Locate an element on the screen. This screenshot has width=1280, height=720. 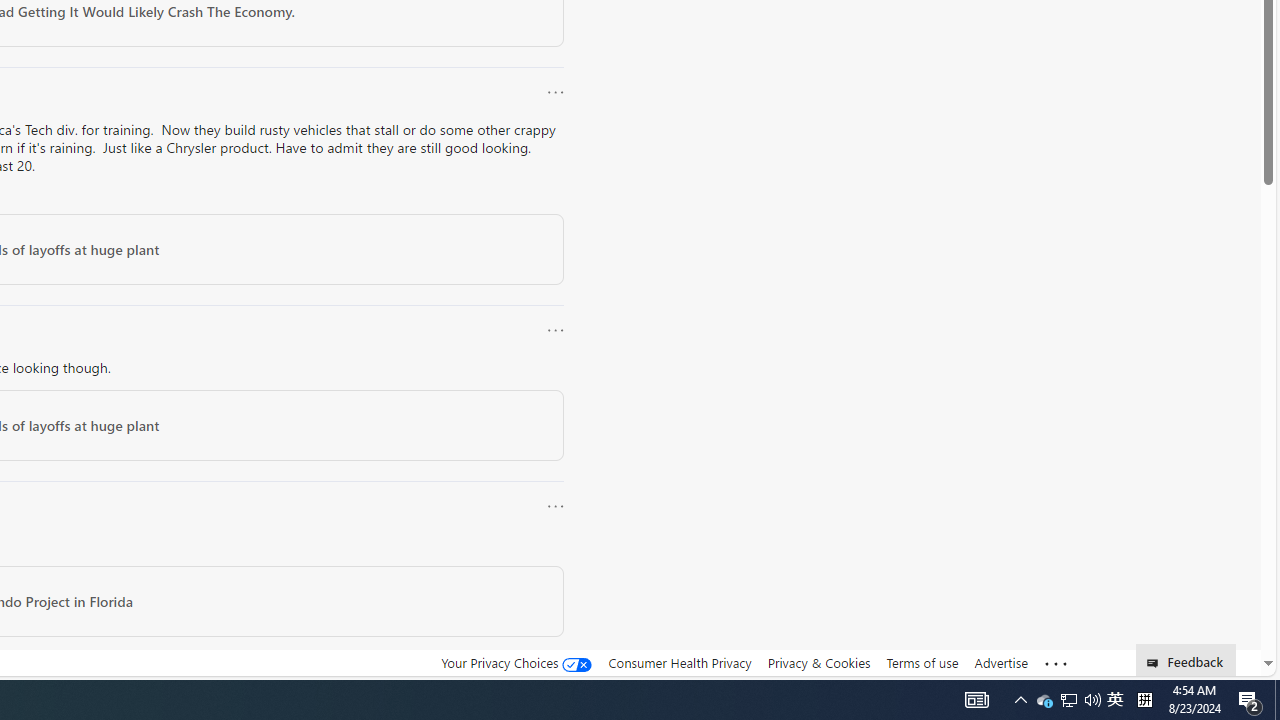
'Class: oneFooter_seeMore-DS-EntryPoint1-1' is located at coordinates (1055, 663).